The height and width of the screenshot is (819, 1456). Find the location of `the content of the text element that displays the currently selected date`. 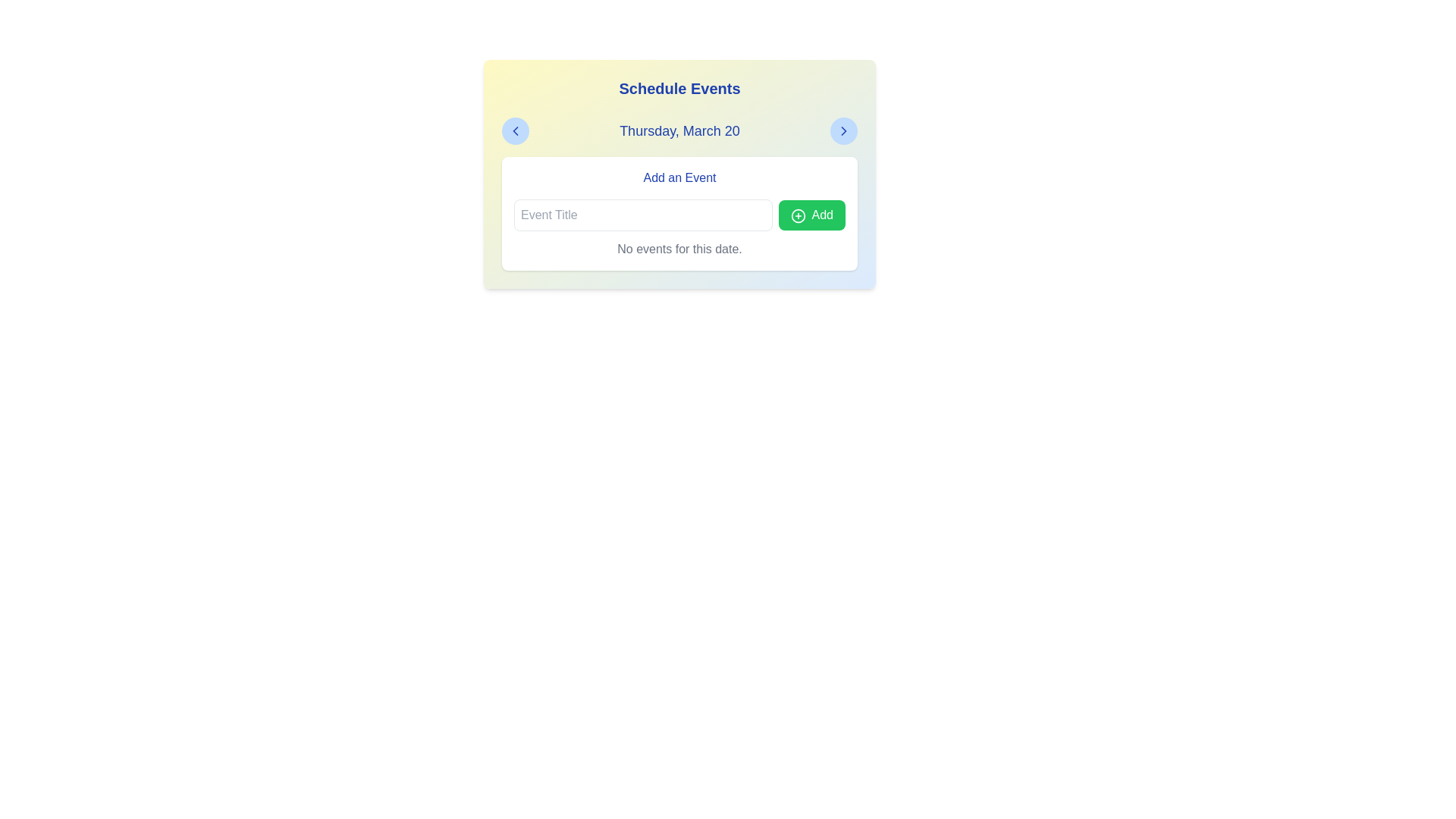

the content of the text element that displays the currently selected date is located at coordinates (679, 130).